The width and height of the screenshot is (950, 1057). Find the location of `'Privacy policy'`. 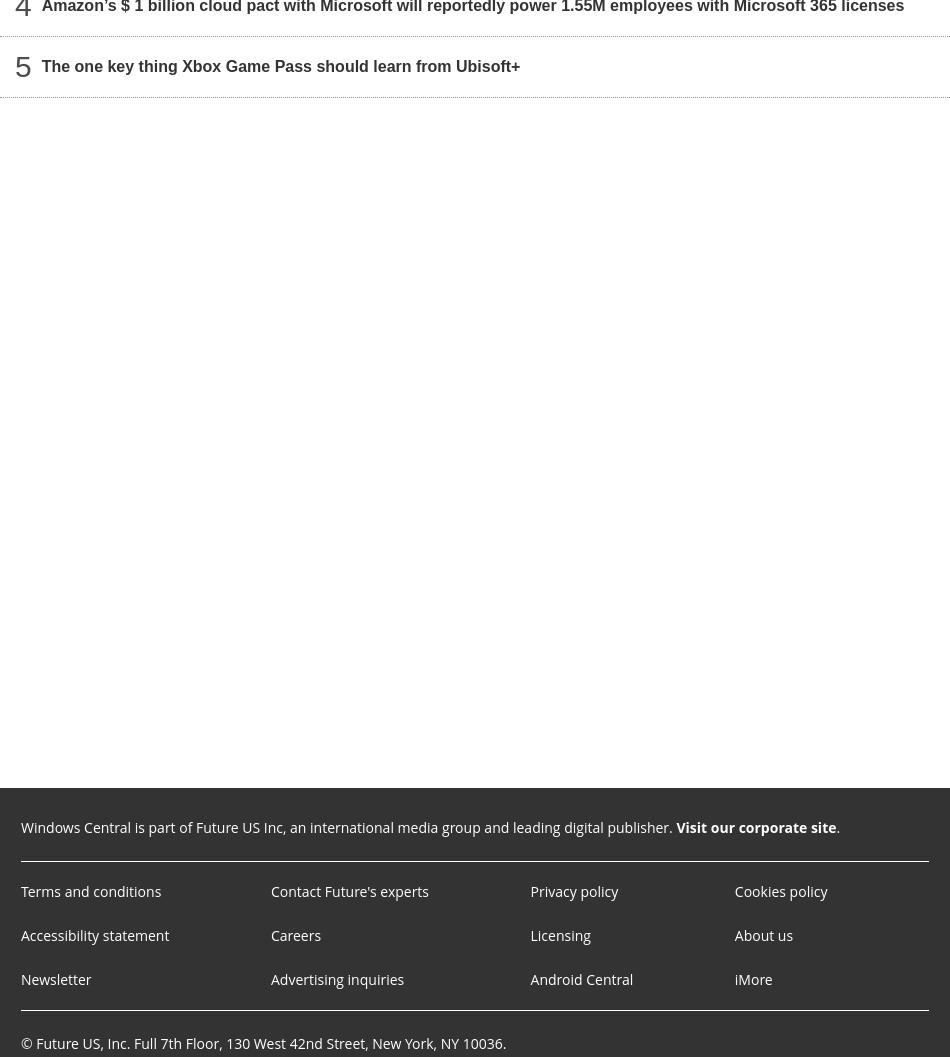

'Privacy policy' is located at coordinates (573, 890).